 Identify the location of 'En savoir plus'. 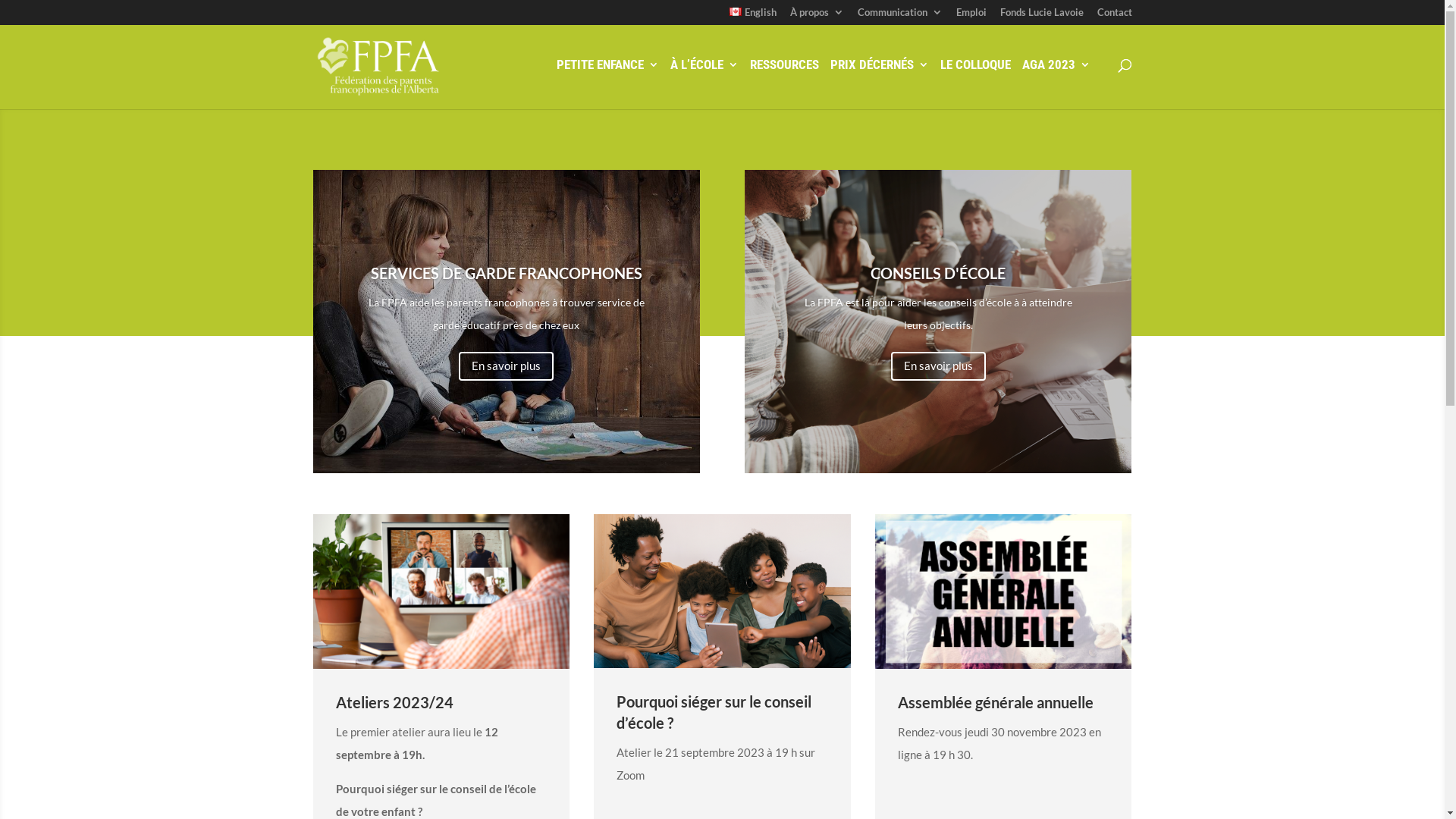
(506, 366).